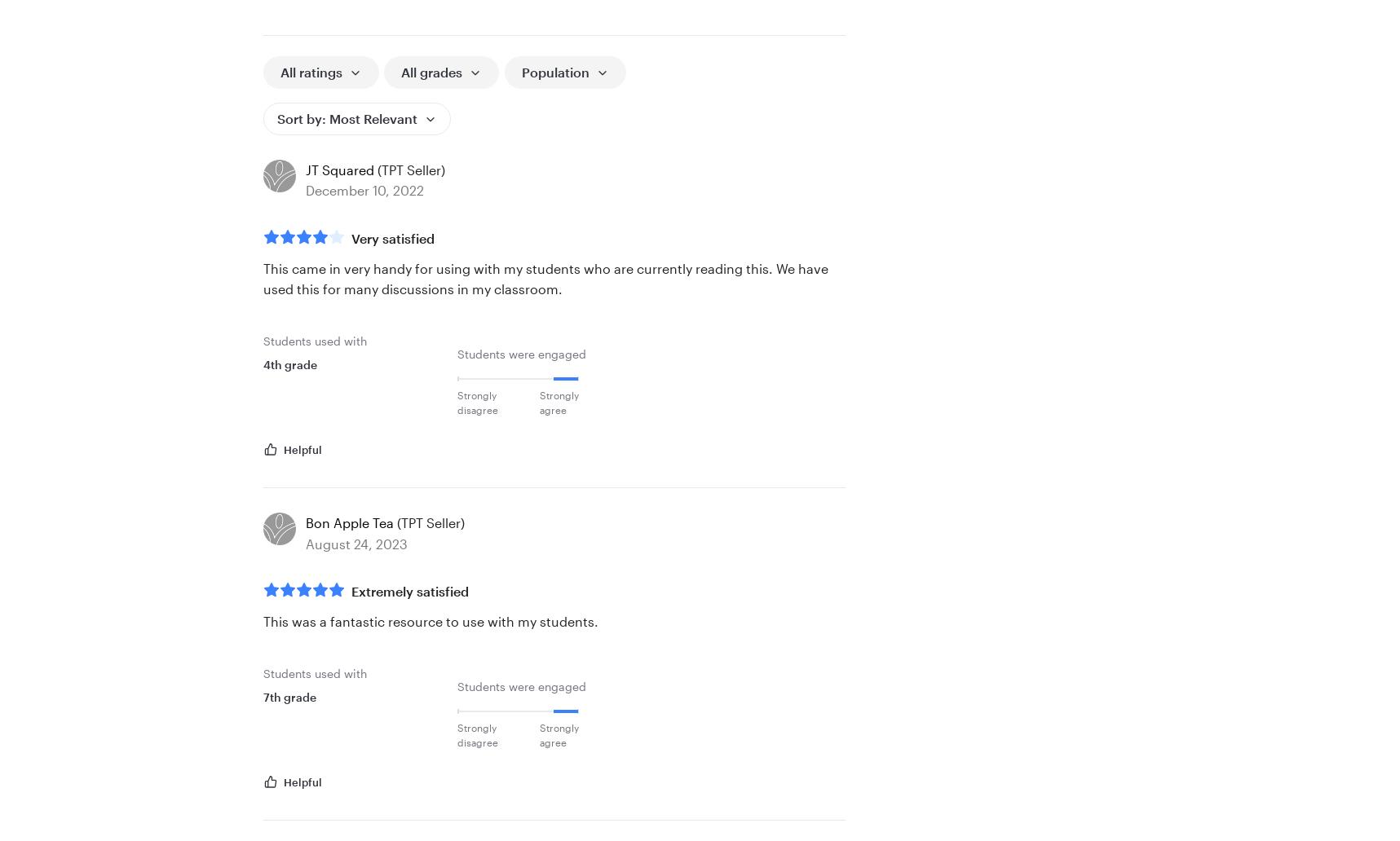 The width and height of the screenshot is (1400, 841). Describe the element at coordinates (338, 168) in the screenshot. I see `'JT Squared'` at that location.